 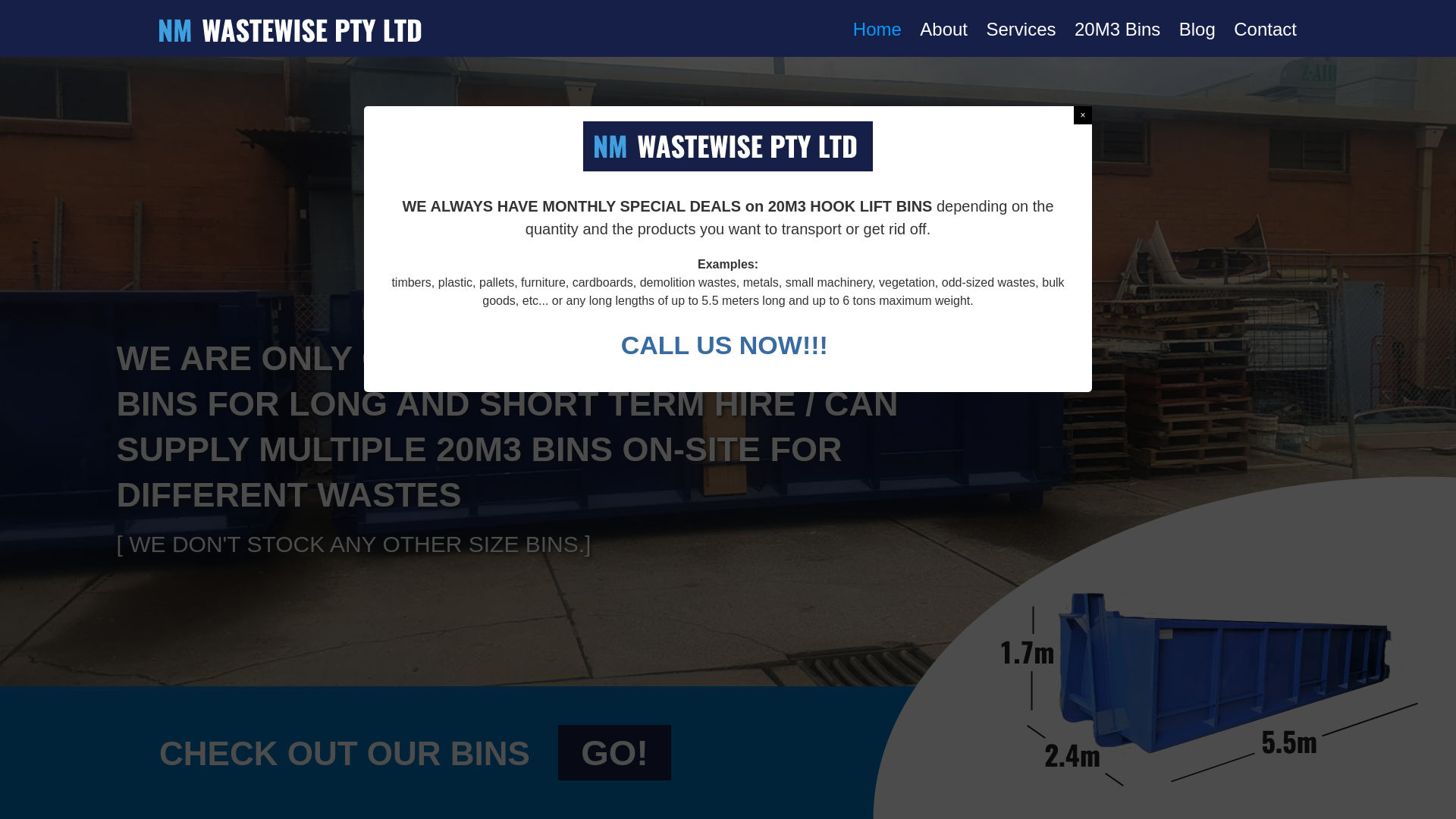 I want to click on '20M3 Bins', so click(x=1117, y=29).